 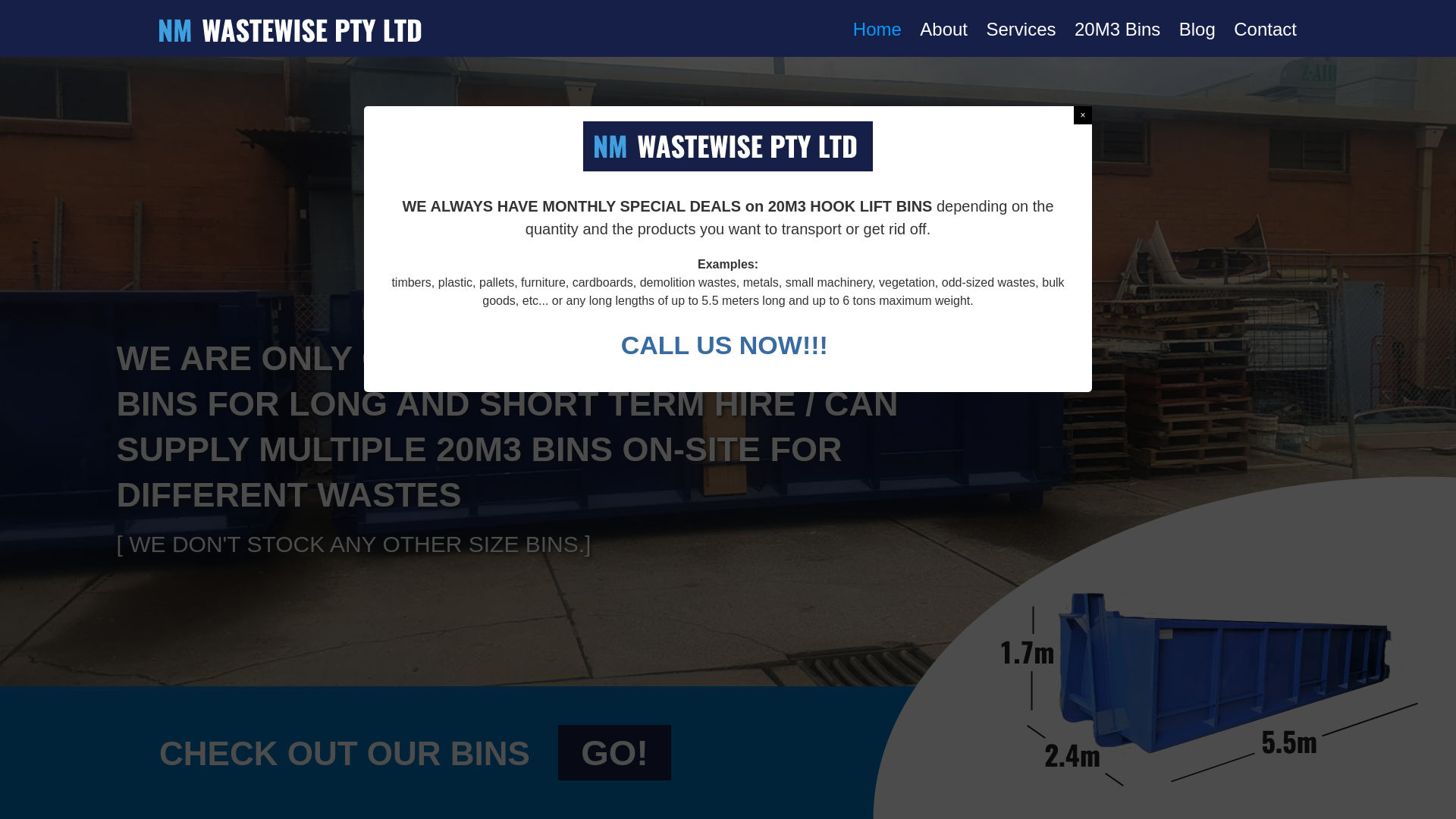 I want to click on '20M3 Bins', so click(x=1117, y=29).